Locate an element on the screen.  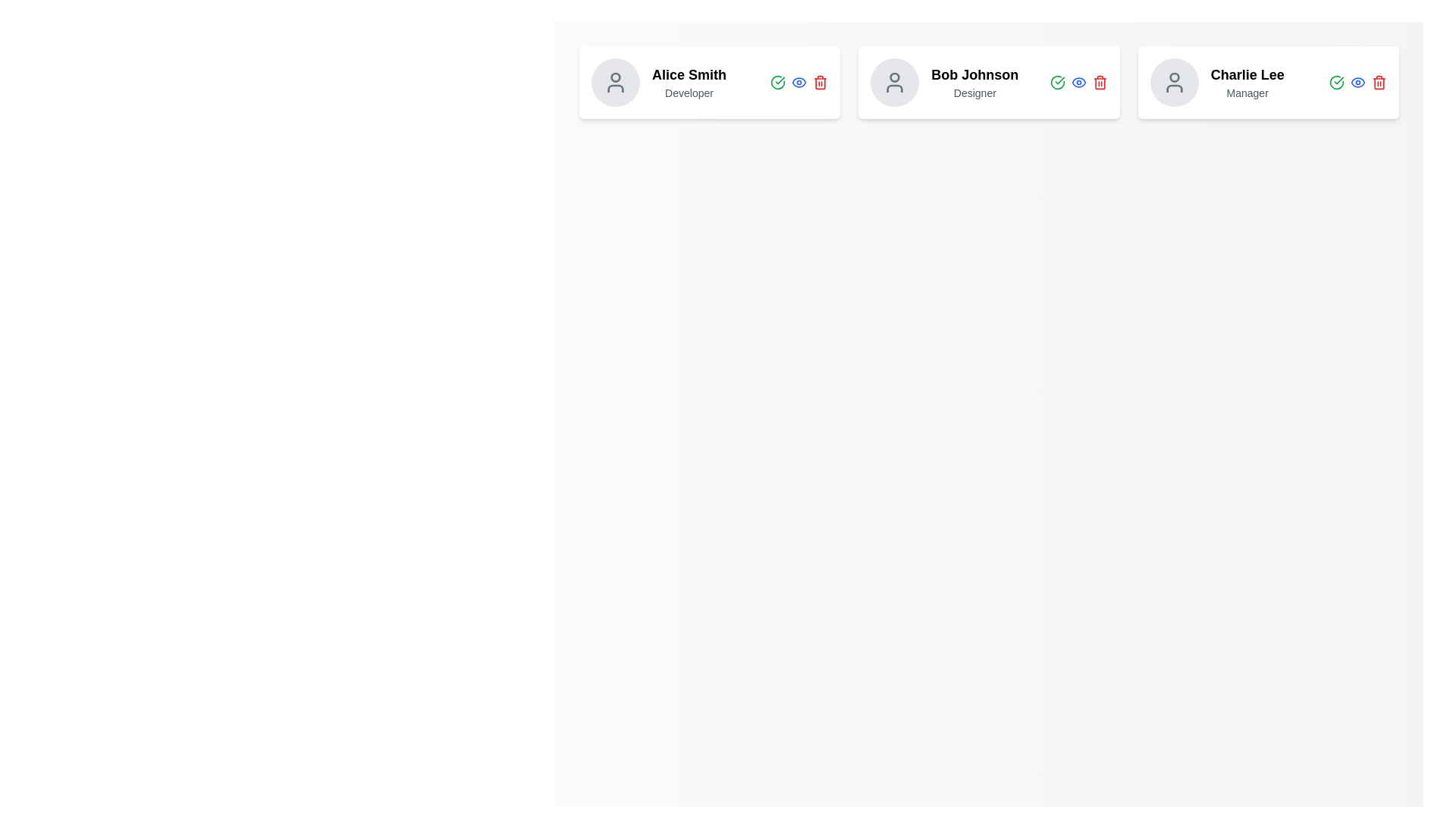
text displayed in the text block that shows the name and position of the user, which is located to the far right of a row of three cards, centered below the profile image icon is located at coordinates (1247, 82).